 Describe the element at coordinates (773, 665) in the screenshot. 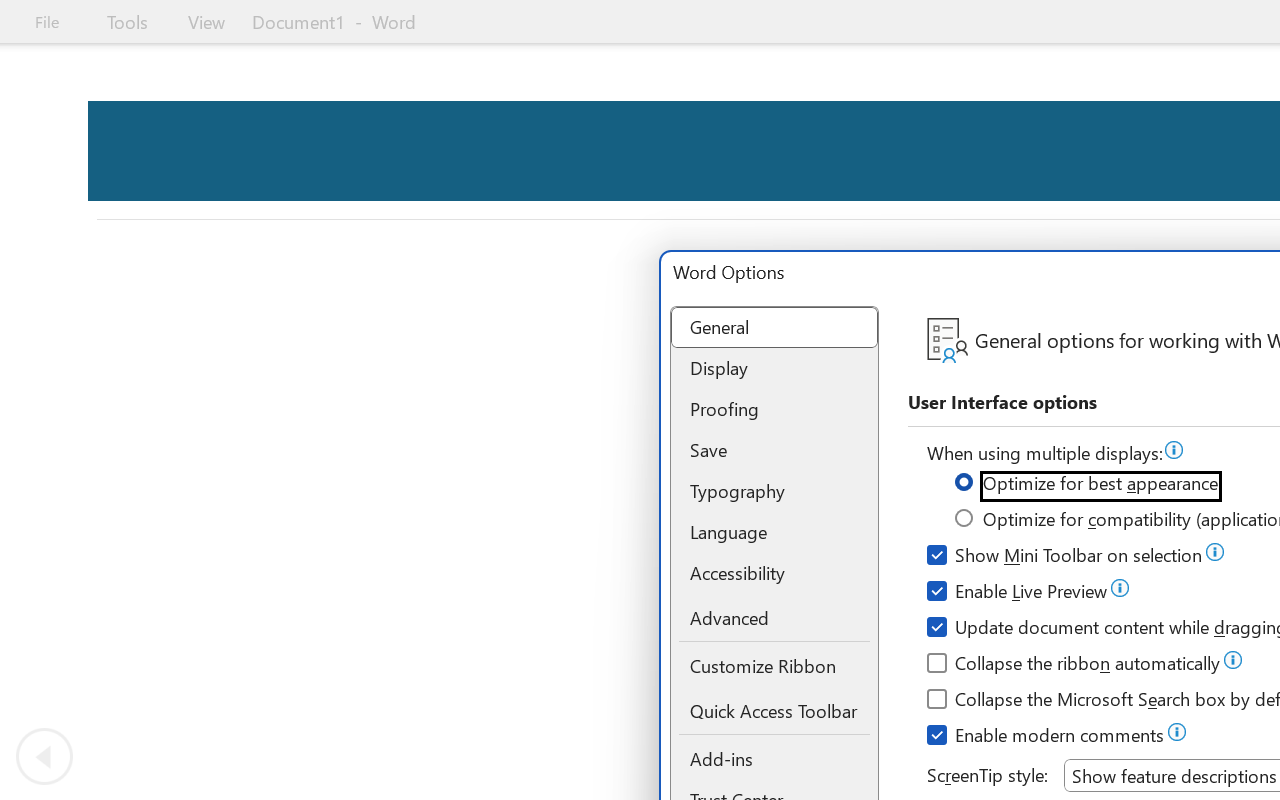

I see `'Customize Ribbon'` at that location.